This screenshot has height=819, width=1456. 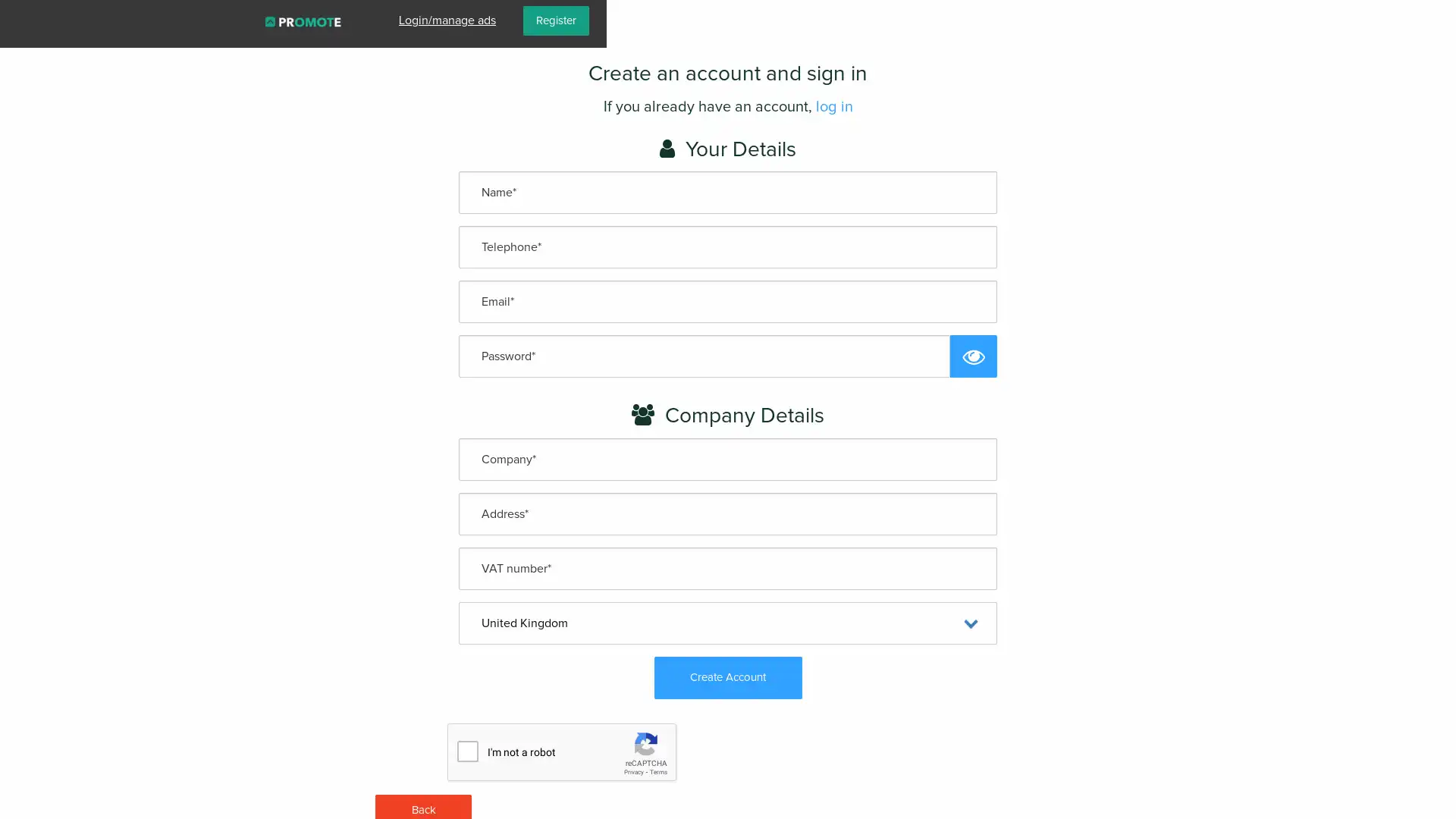 What do you see at coordinates (726, 676) in the screenshot?
I see `Create Account` at bounding box center [726, 676].